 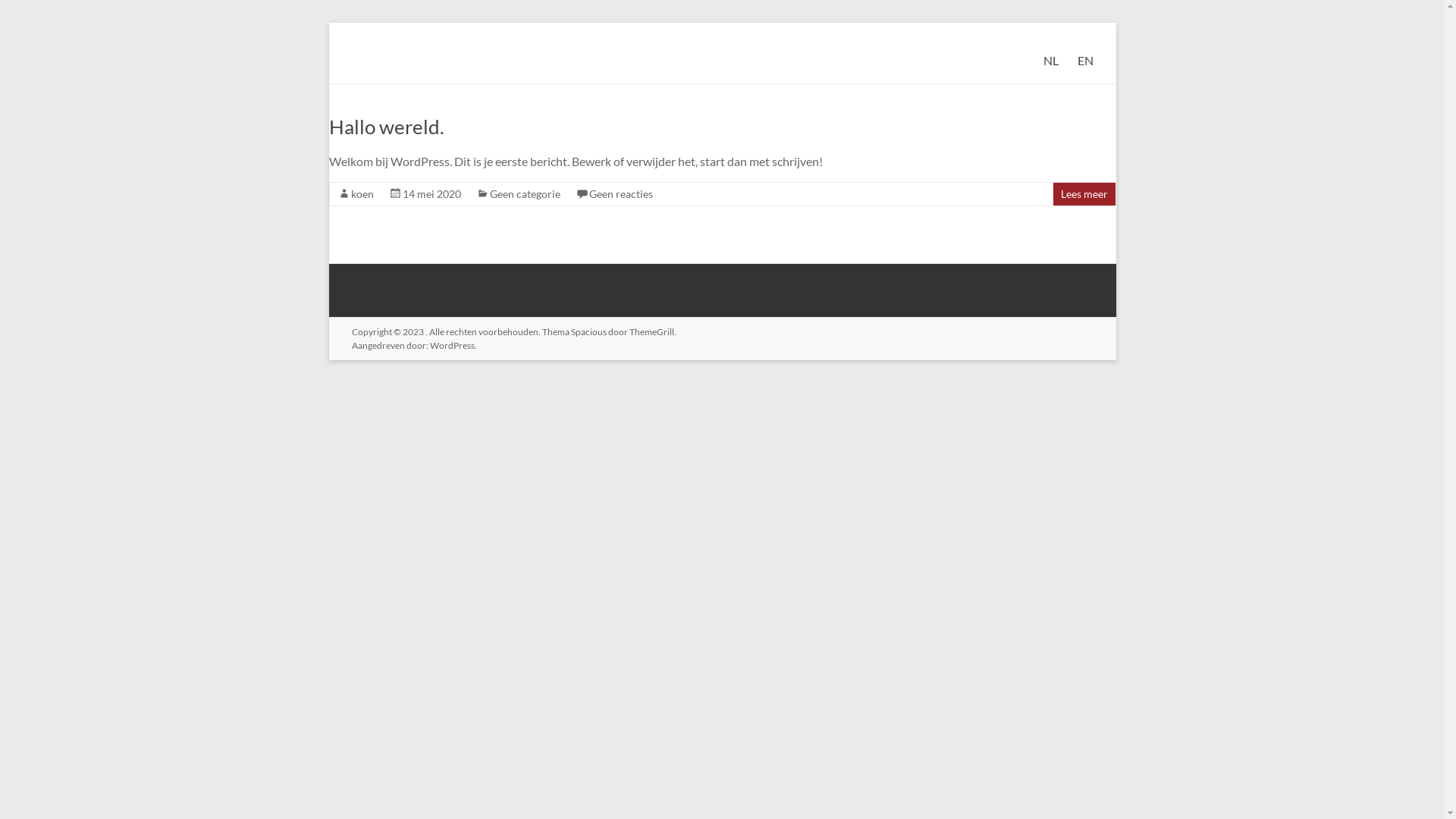 What do you see at coordinates (430, 193) in the screenshot?
I see `'14 mei 2020'` at bounding box center [430, 193].